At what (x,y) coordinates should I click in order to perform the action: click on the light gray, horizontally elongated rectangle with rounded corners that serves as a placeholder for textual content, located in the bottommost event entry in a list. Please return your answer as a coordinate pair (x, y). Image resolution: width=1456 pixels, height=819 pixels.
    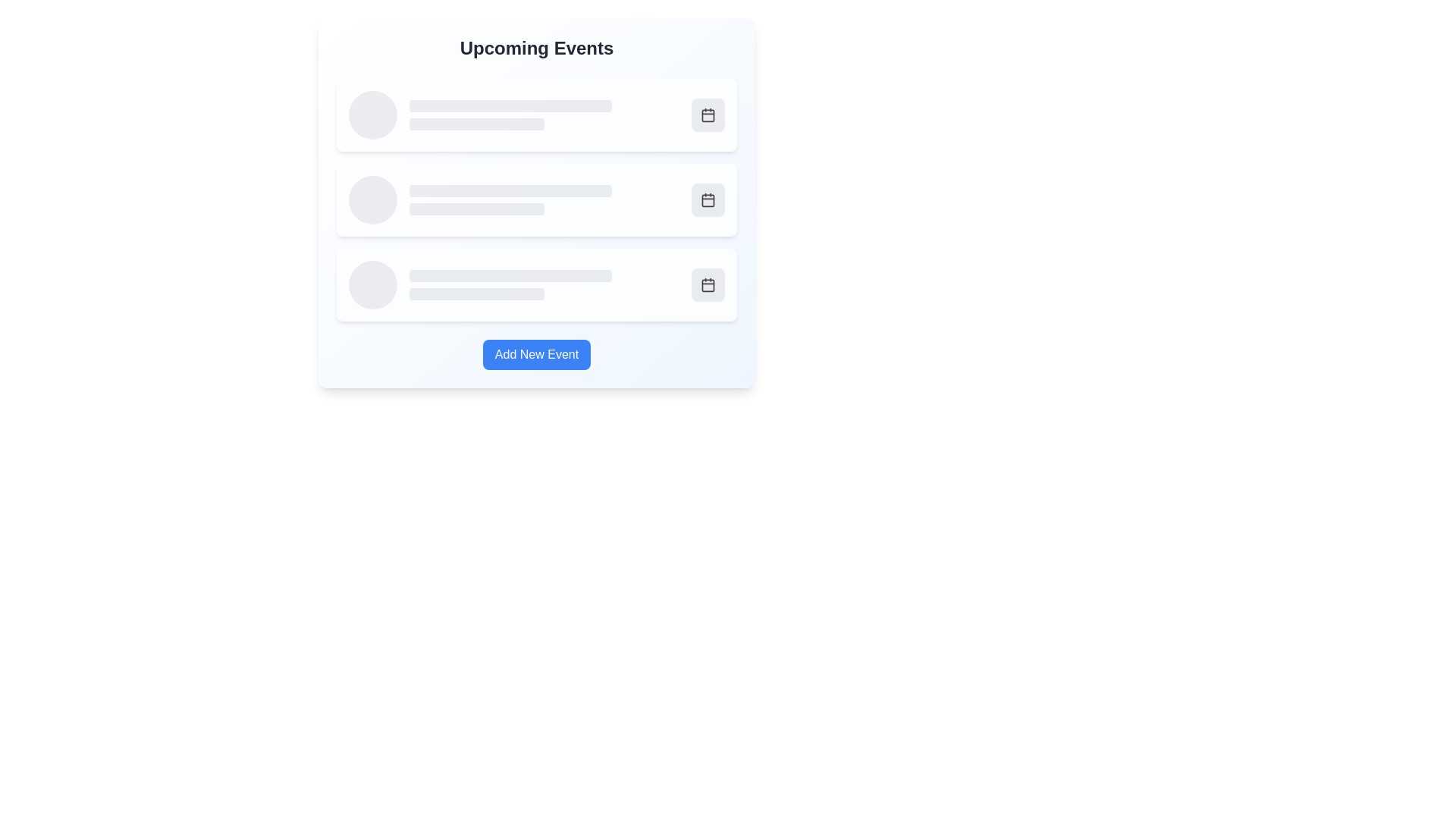
    Looking at the image, I should click on (510, 275).